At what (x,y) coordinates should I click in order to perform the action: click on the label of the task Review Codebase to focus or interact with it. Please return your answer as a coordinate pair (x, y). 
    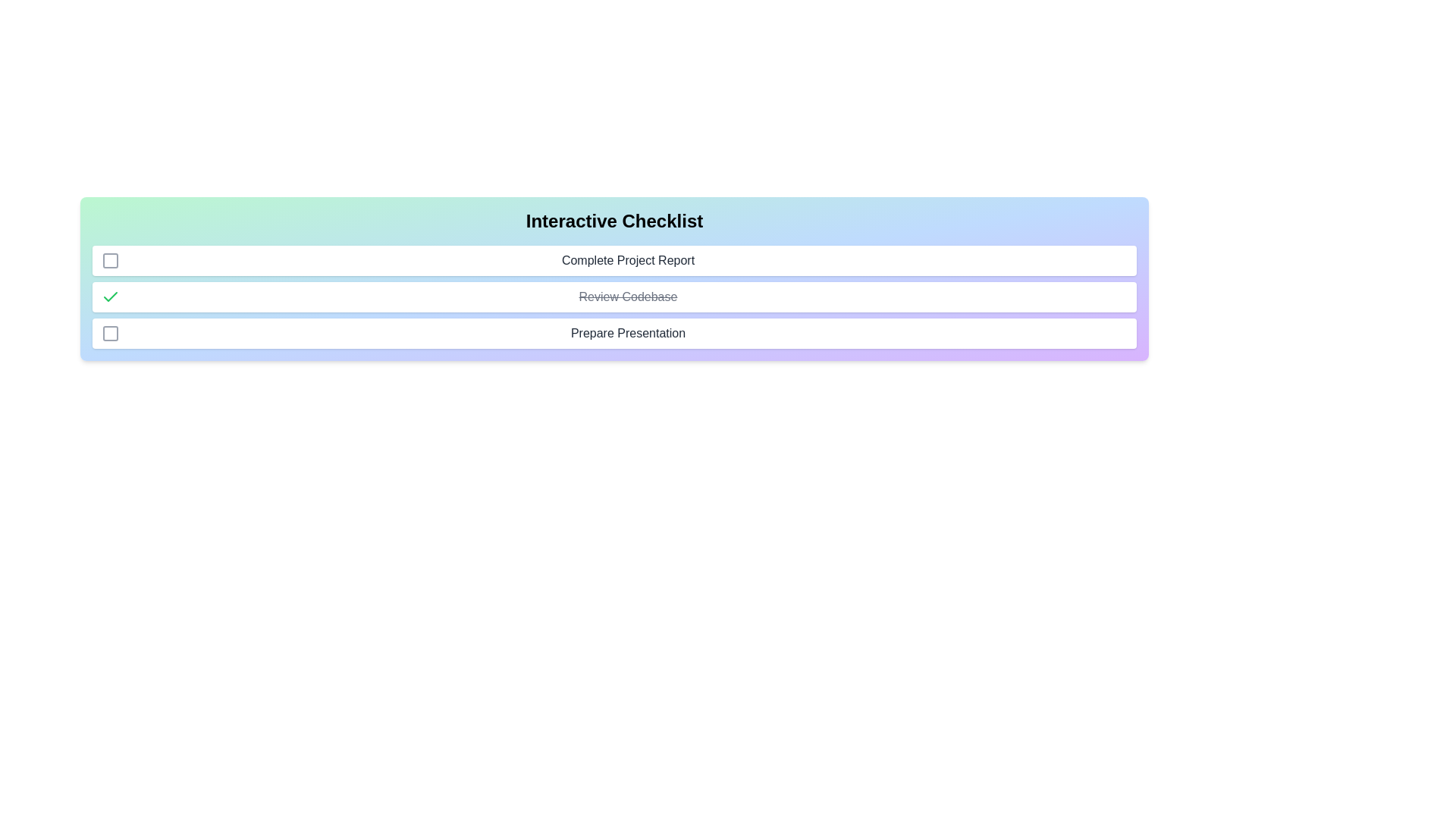
    Looking at the image, I should click on (628, 297).